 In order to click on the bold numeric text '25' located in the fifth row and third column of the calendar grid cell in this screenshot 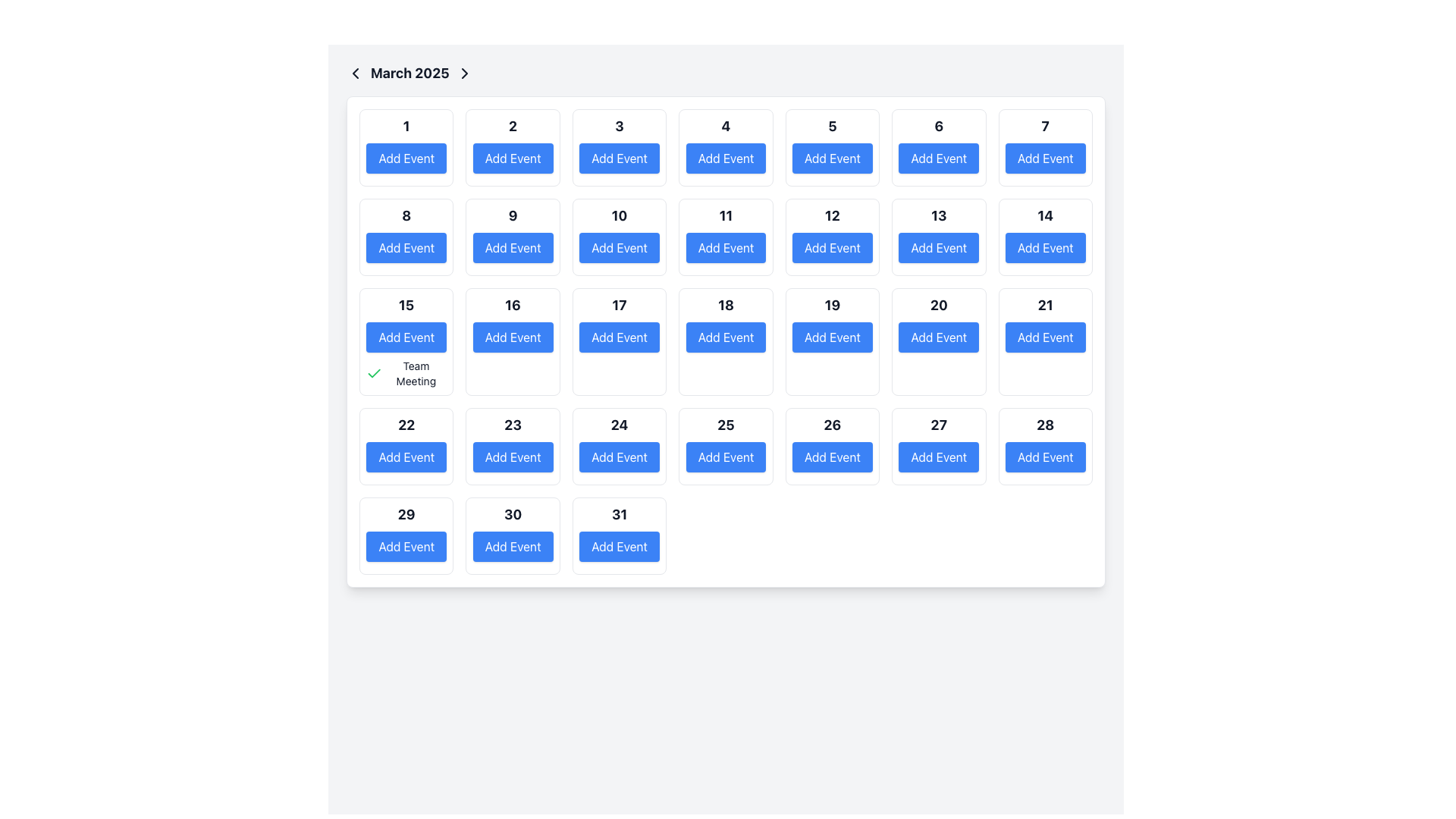, I will do `click(725, 425)`.